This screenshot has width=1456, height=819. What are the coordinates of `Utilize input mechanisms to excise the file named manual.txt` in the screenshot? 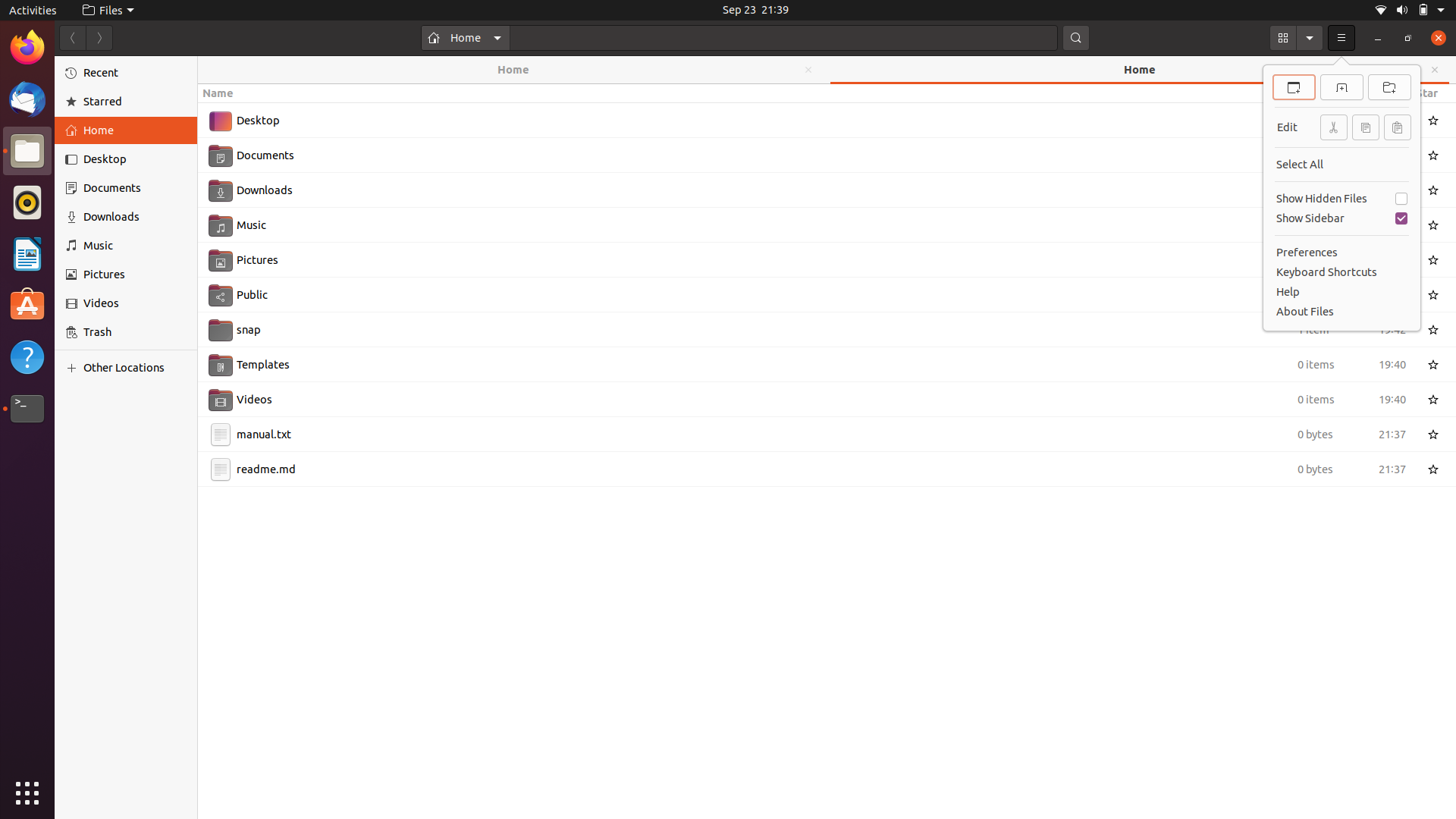 It's located at (810, 433).